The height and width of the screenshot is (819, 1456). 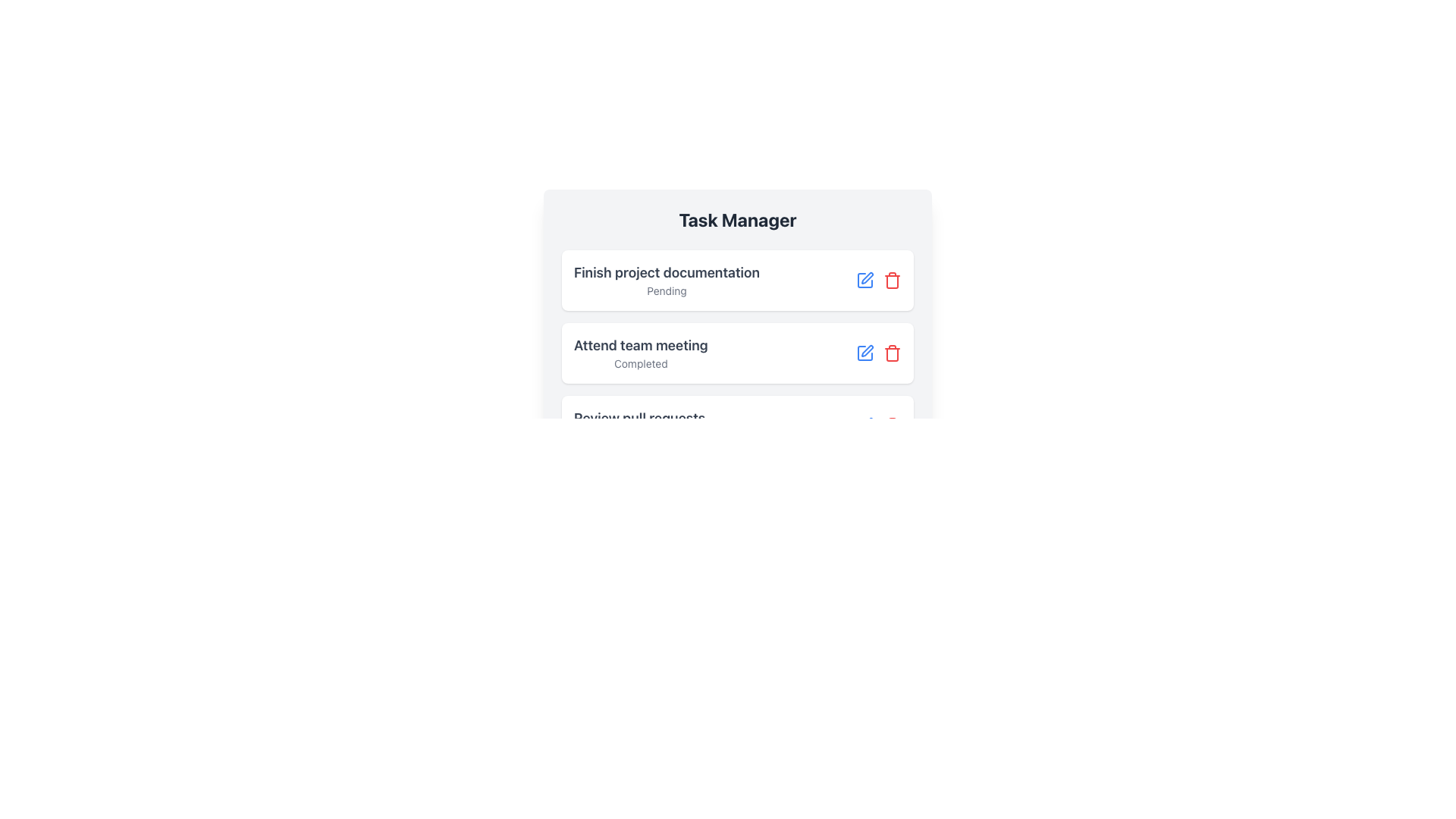 What do you see at coordinates (639, 418) in the screenshot?
I see `the text label 'Review pull requests', which is displayed in large, bold, gray-styled font and is the third element in the task list under 'Task Manager'` at bounding box center [639, 418].